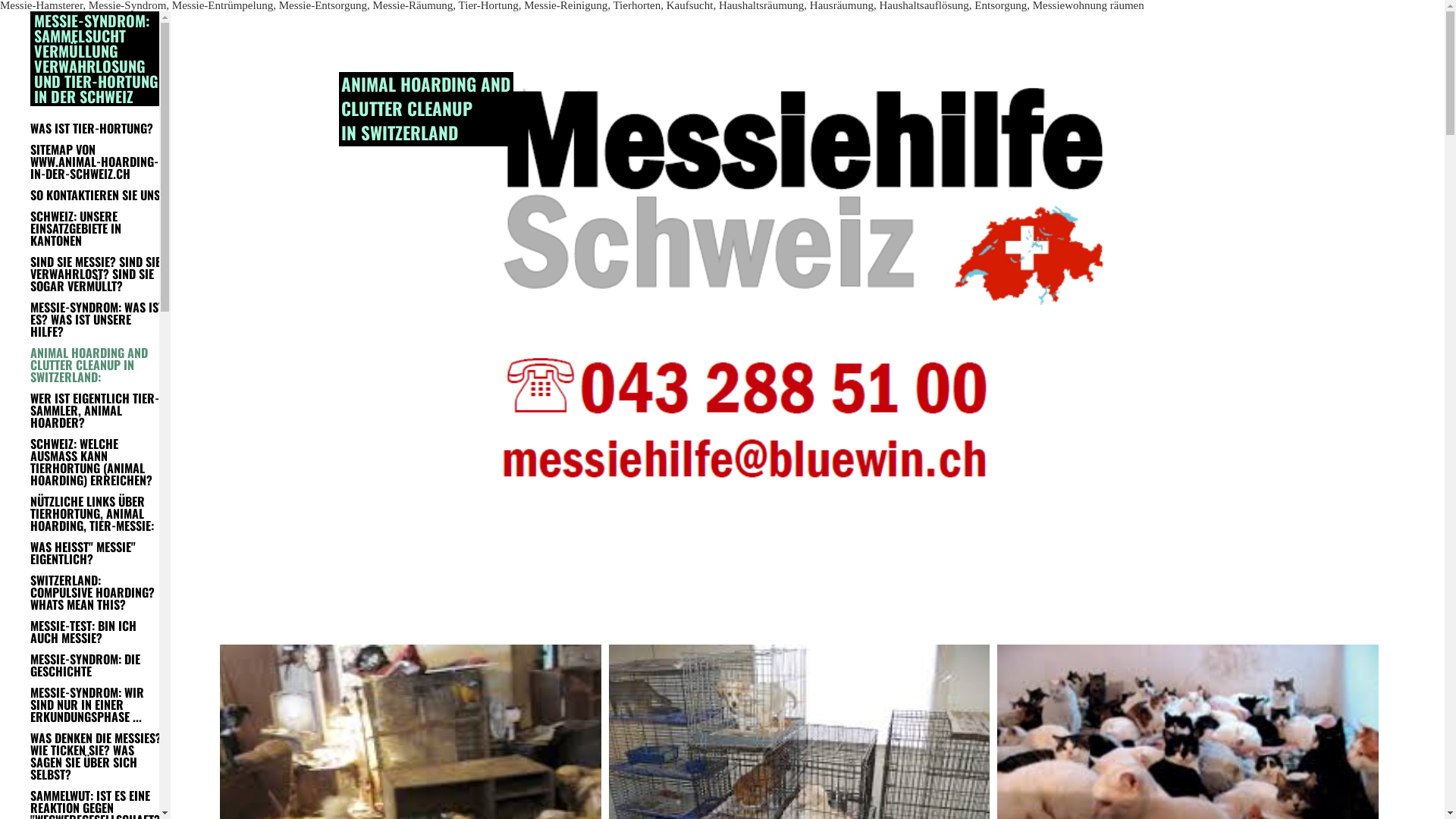  Describe the element at coordinates (30, 664) in the screenshot. I see `'MESSIE-SYNDROM: DIE GESCHICHTE'` at that location.